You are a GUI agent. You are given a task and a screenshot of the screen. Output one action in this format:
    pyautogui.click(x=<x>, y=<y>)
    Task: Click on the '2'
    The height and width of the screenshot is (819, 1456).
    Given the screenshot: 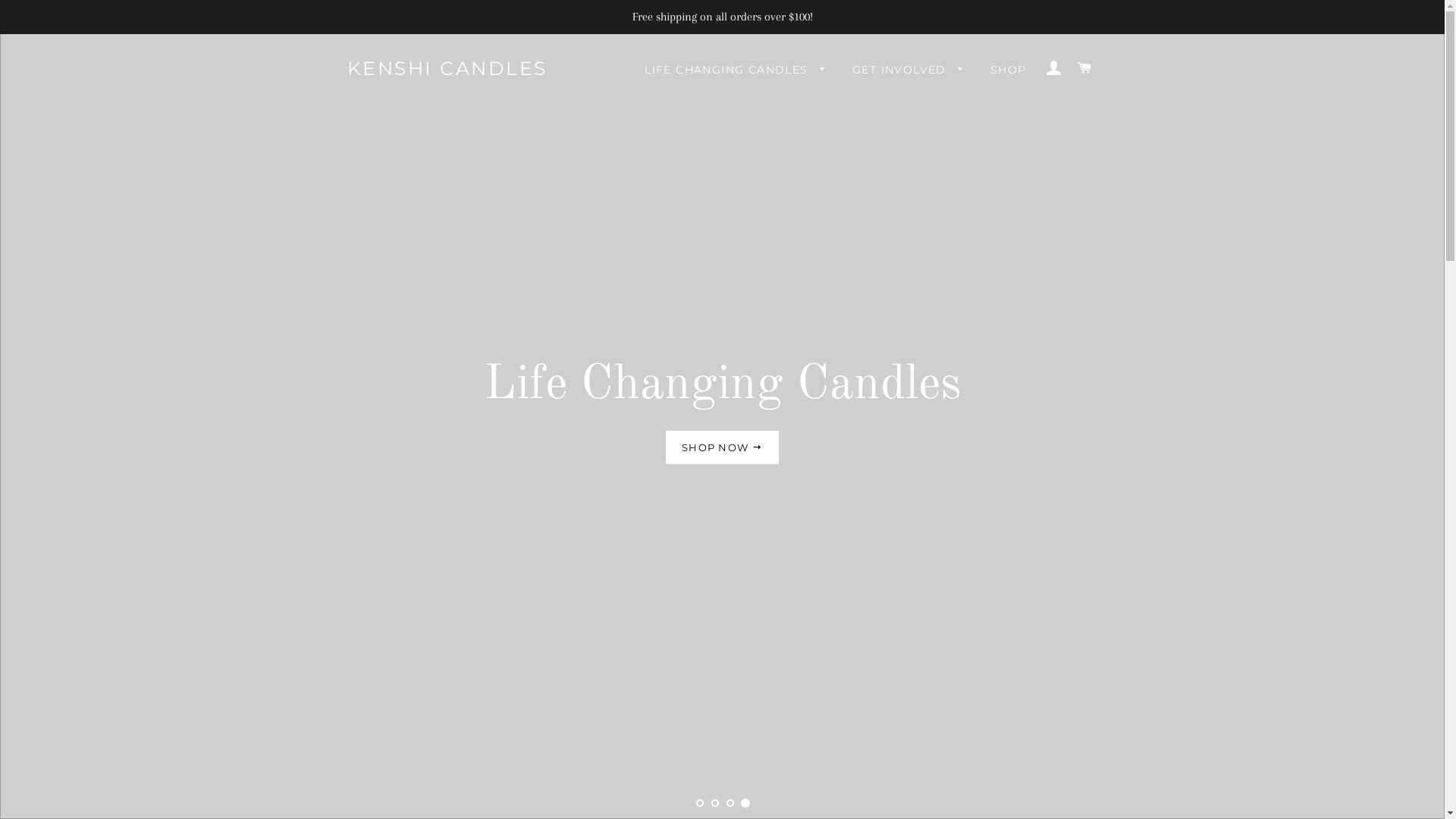 What is the action you would take?
    pyautogui.click(x=705, y=801)
    